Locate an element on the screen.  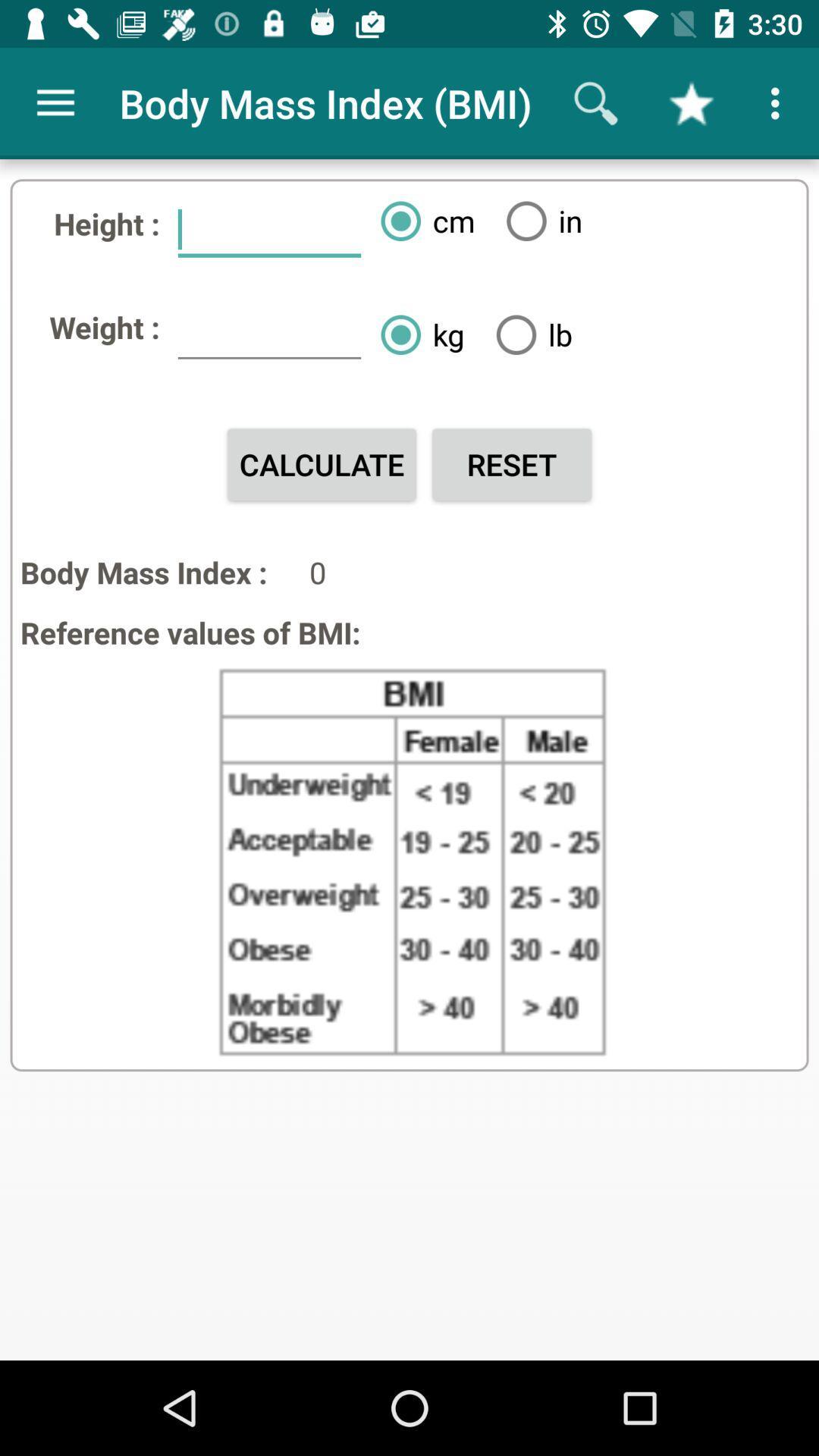
icon above 0 item is located at coordinates (512, 463).